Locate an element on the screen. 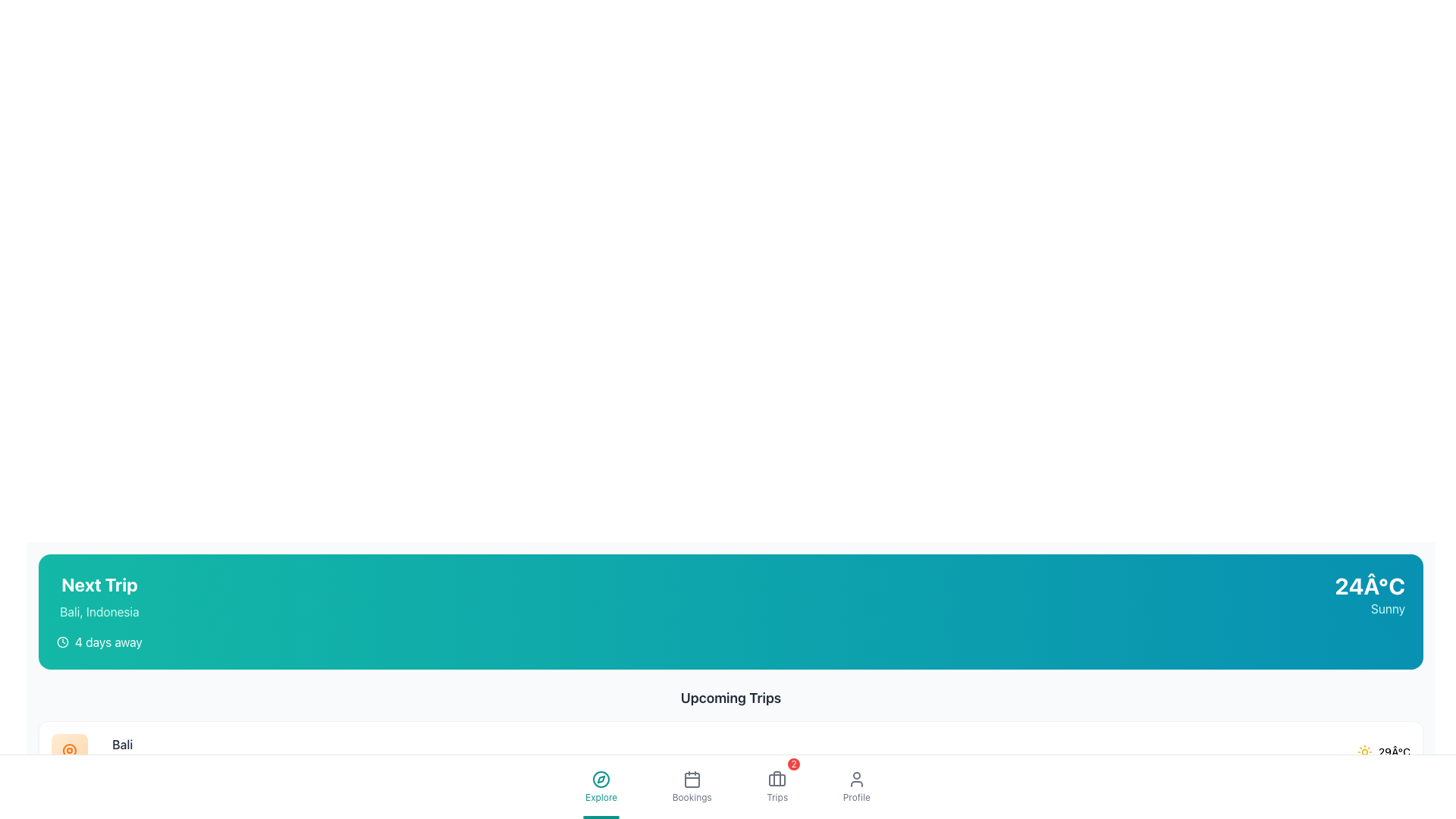 This screenshot has height=819, width=1456. the text '4 days away' which is located under the header 'Next Trip' and the subheading 'Bali, Indonesia' on the teal background is located at coordinates (99, 642).